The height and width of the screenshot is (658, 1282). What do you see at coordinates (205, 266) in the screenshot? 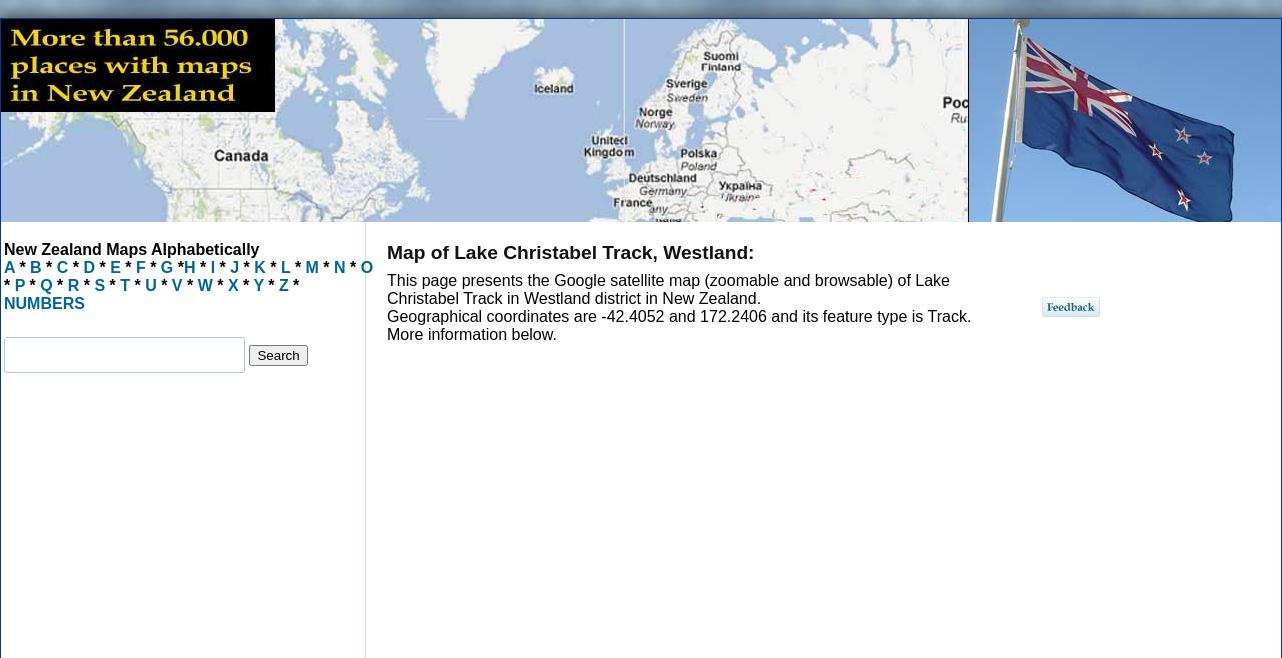
I see `'I'` at bounding box center [205, 266].